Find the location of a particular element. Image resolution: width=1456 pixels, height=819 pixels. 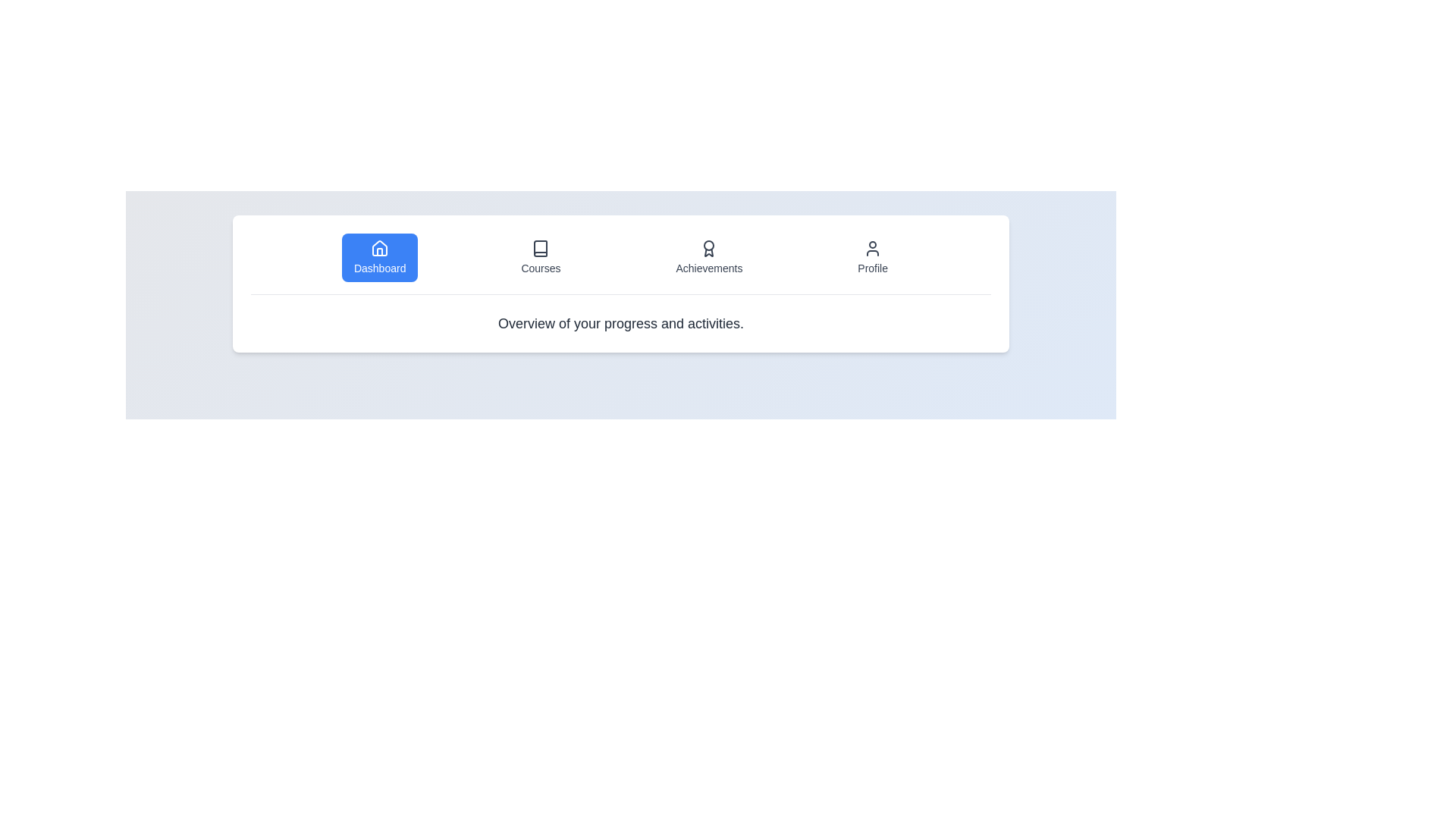

the icon resembling a book or document located in the second position from the left in the top navigation menu, directly under the 'Courses' label is located at coordinates (541, 247).